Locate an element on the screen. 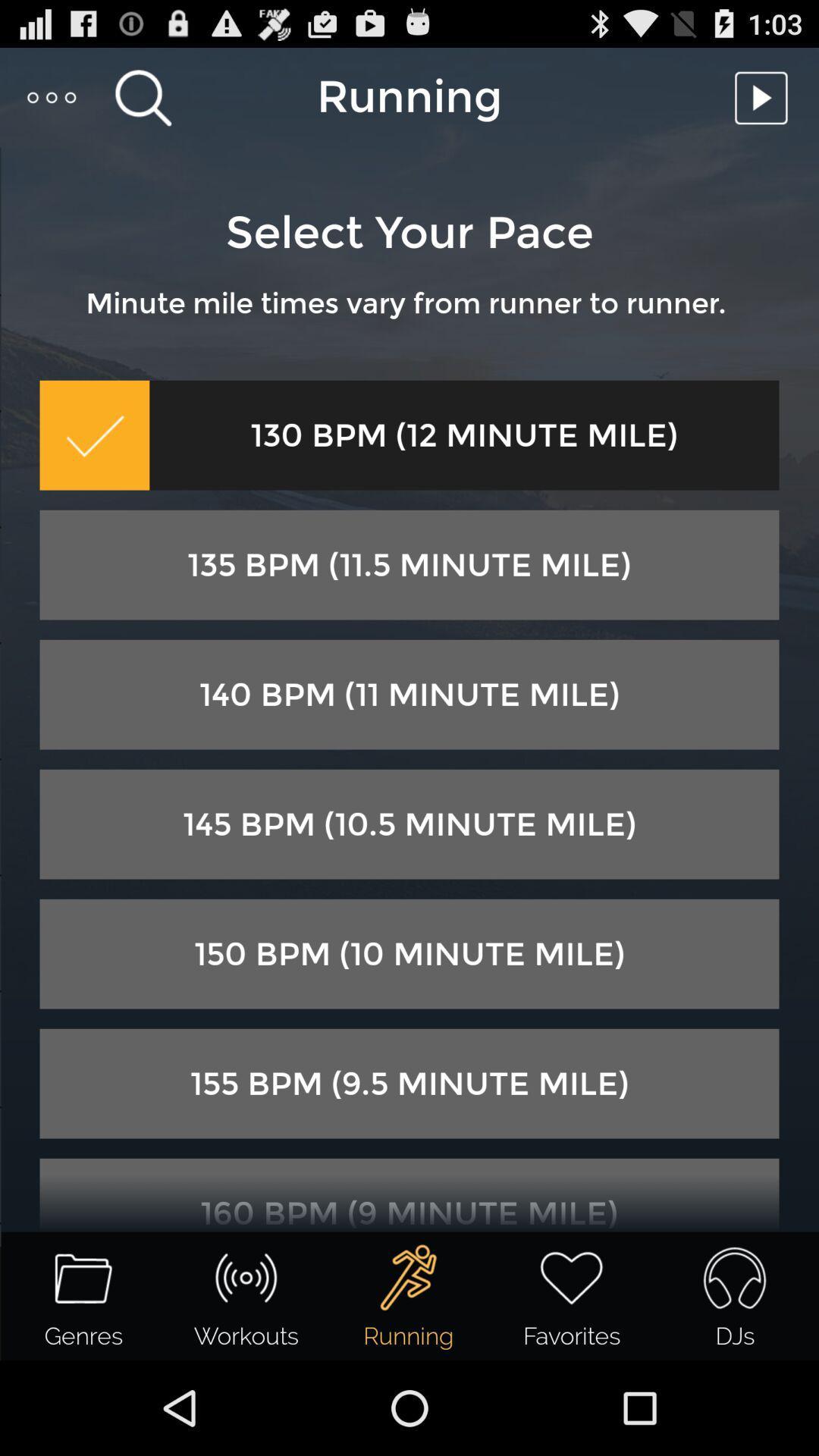 Image resolution: width=819 pixels, height=1456 pixels. icon next to the 130 bpm 12 is located at coordinates (94, 435).